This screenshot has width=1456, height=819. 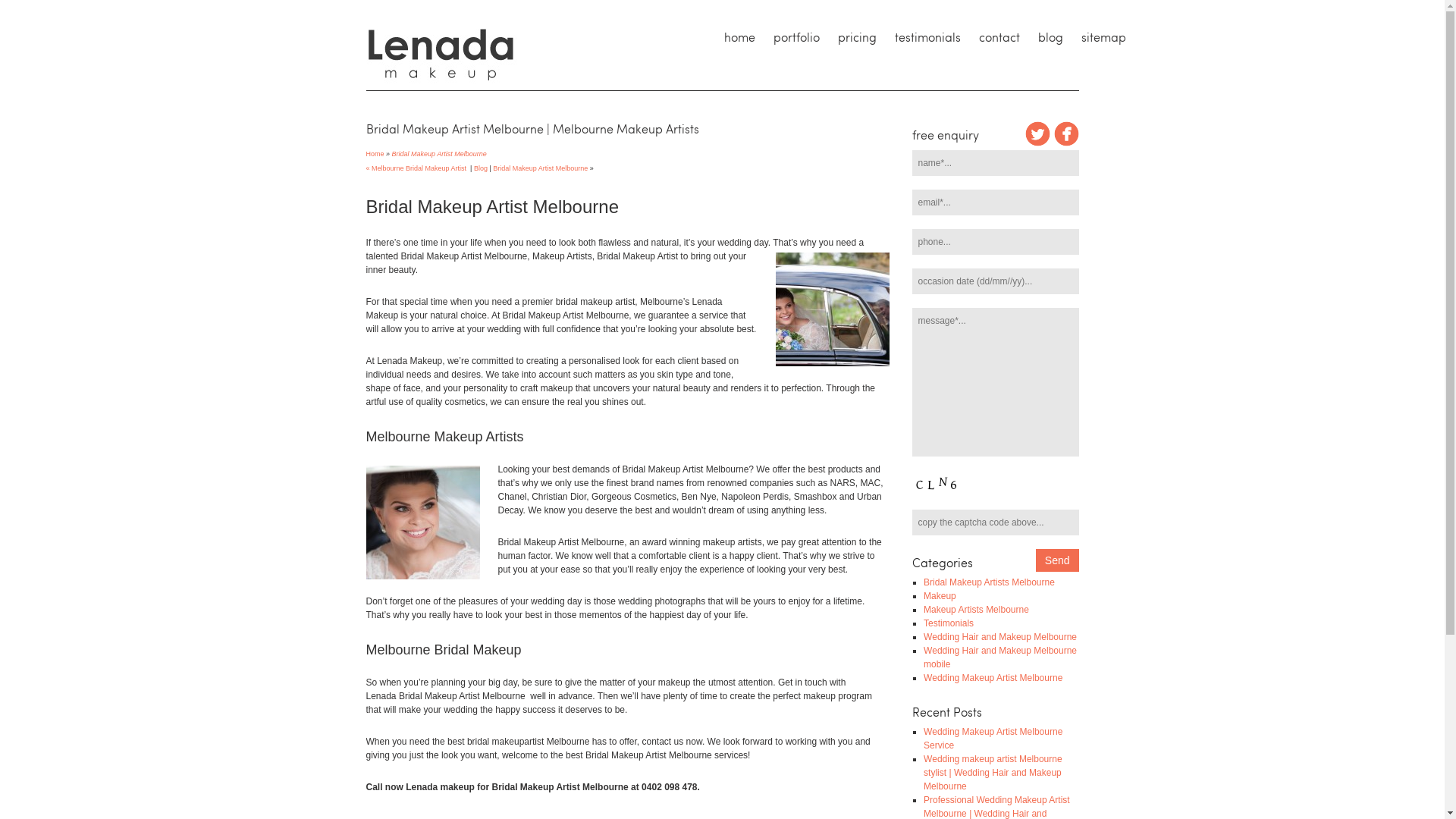 What do you see at coordinates (1049, 36) in the screenshot?
I see `'blog'` at bounding box center [1049, 36].